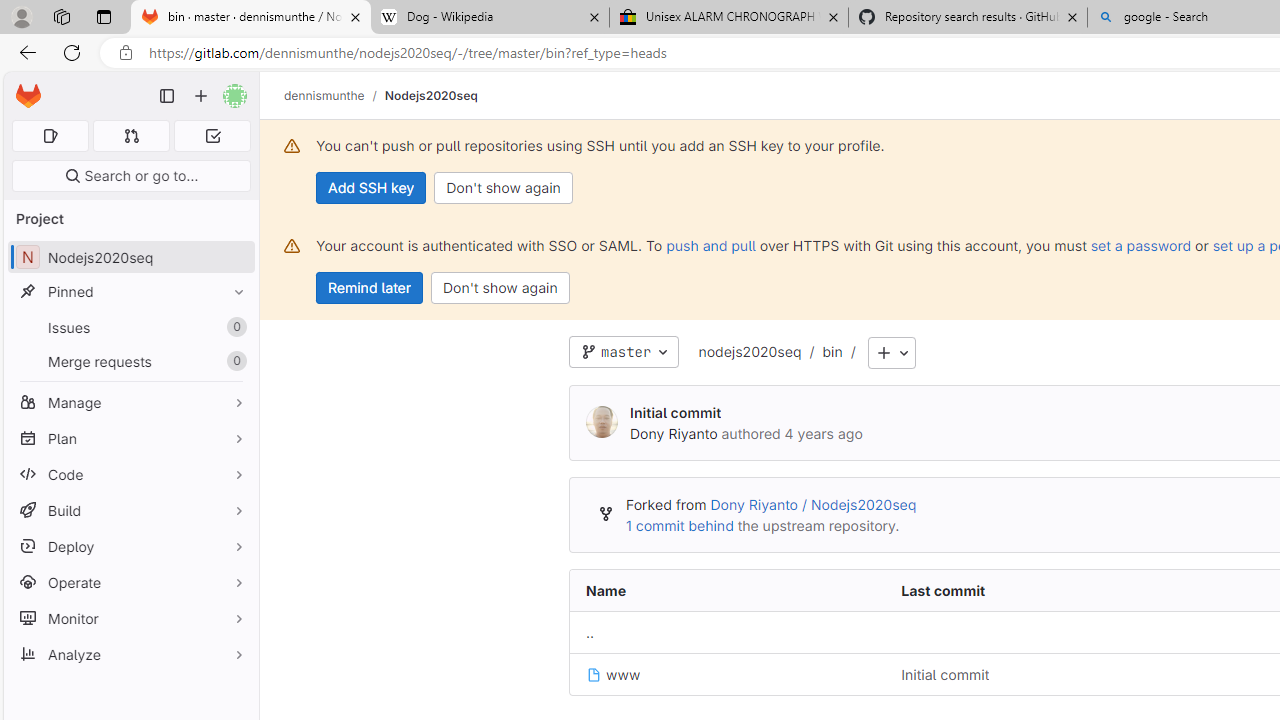 The image size is (1280, 720). Describe the element at coordinates (813, 504) in the screenshot. I see `'Dony Riyanto / Nodejs2020seq'` at that location.